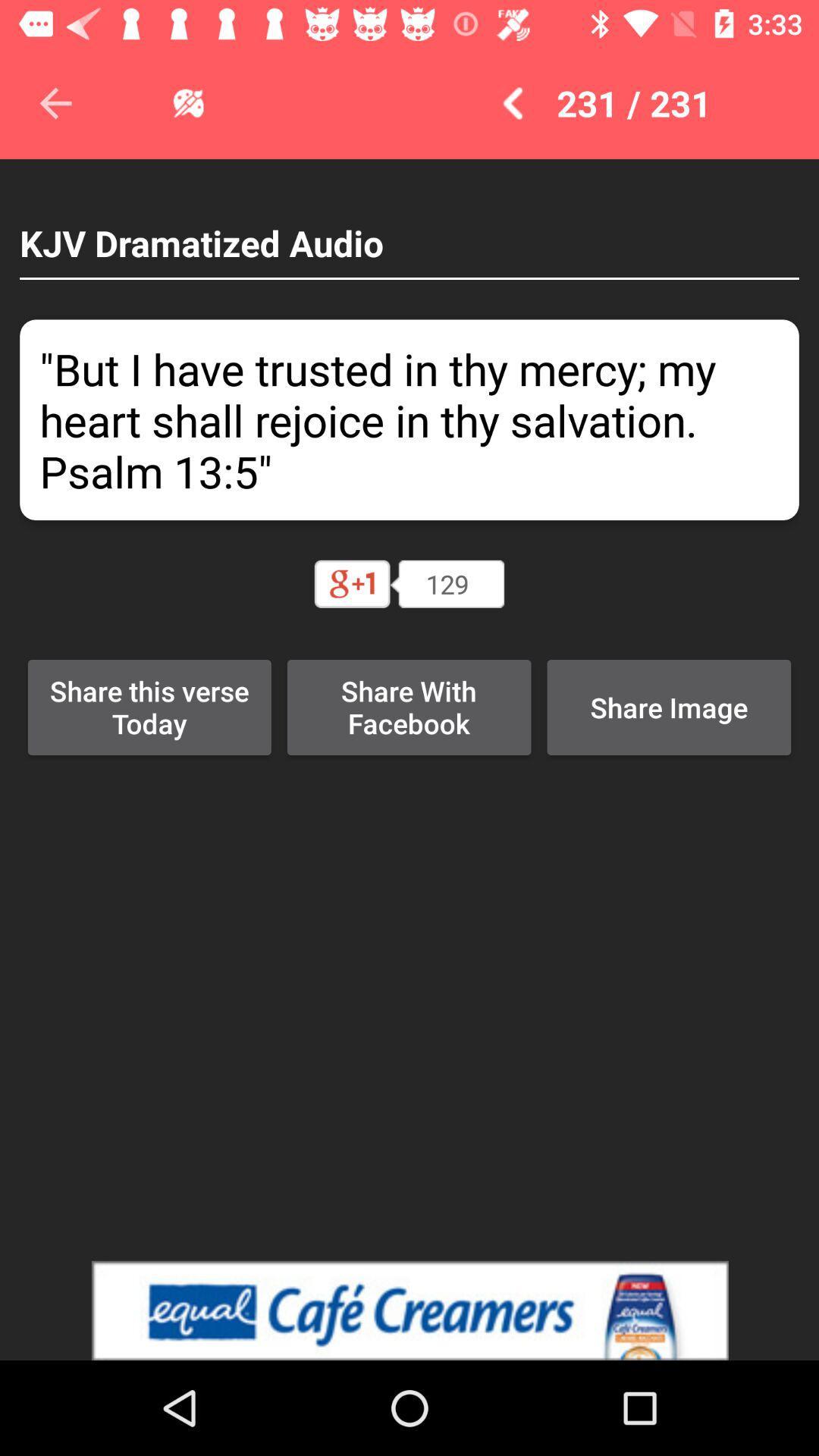 Image resolution: width=819 pixels, height=1456 pixels. Describe the element at coordinates (55, 102) in the screenshot. I see `go back` at that location.